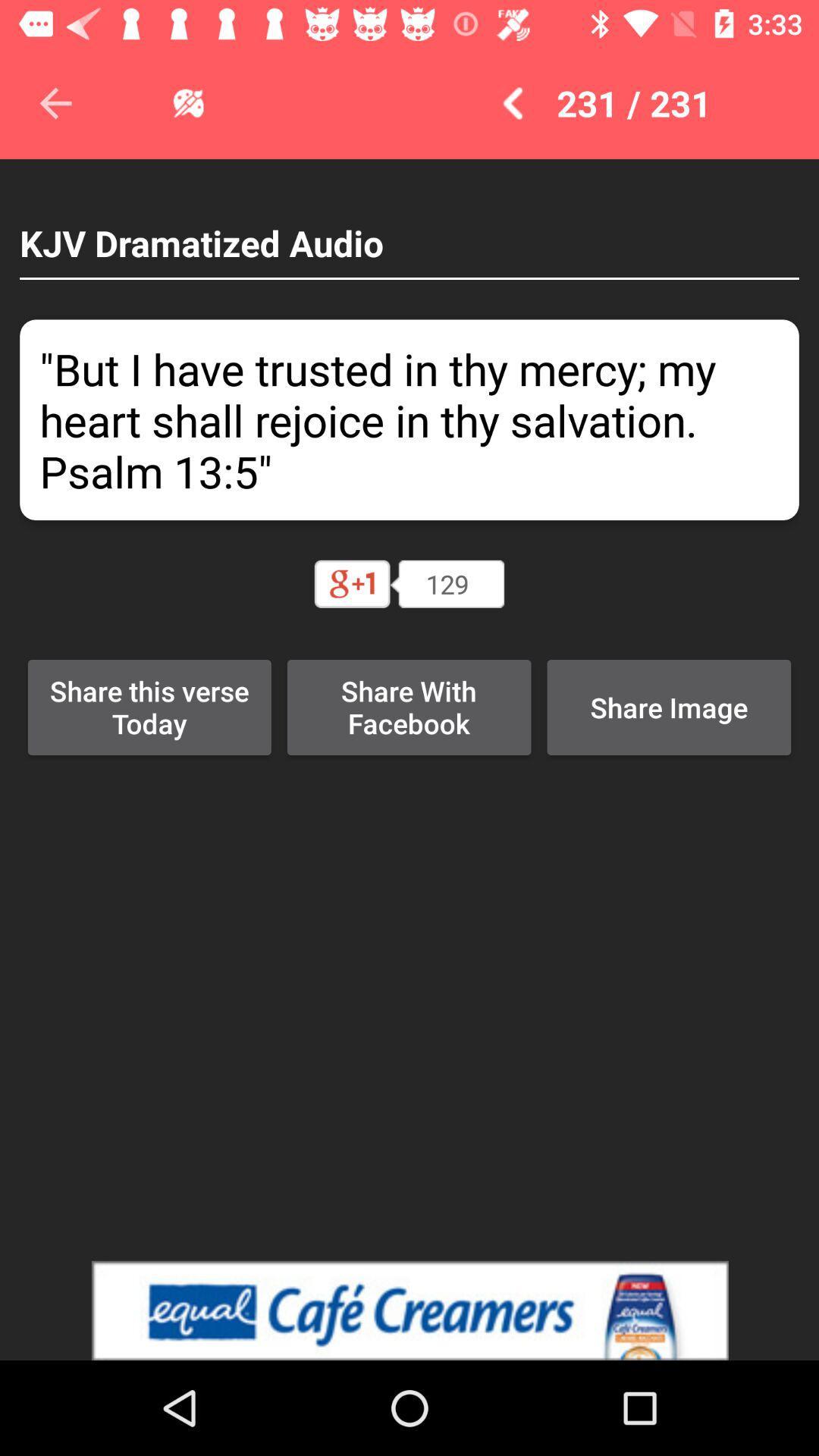 Image resolution: width=819 pixels, height=1456 pixels. Describe the element at coordinates (55, 102) in the screenshot. I see `go back` at that location.